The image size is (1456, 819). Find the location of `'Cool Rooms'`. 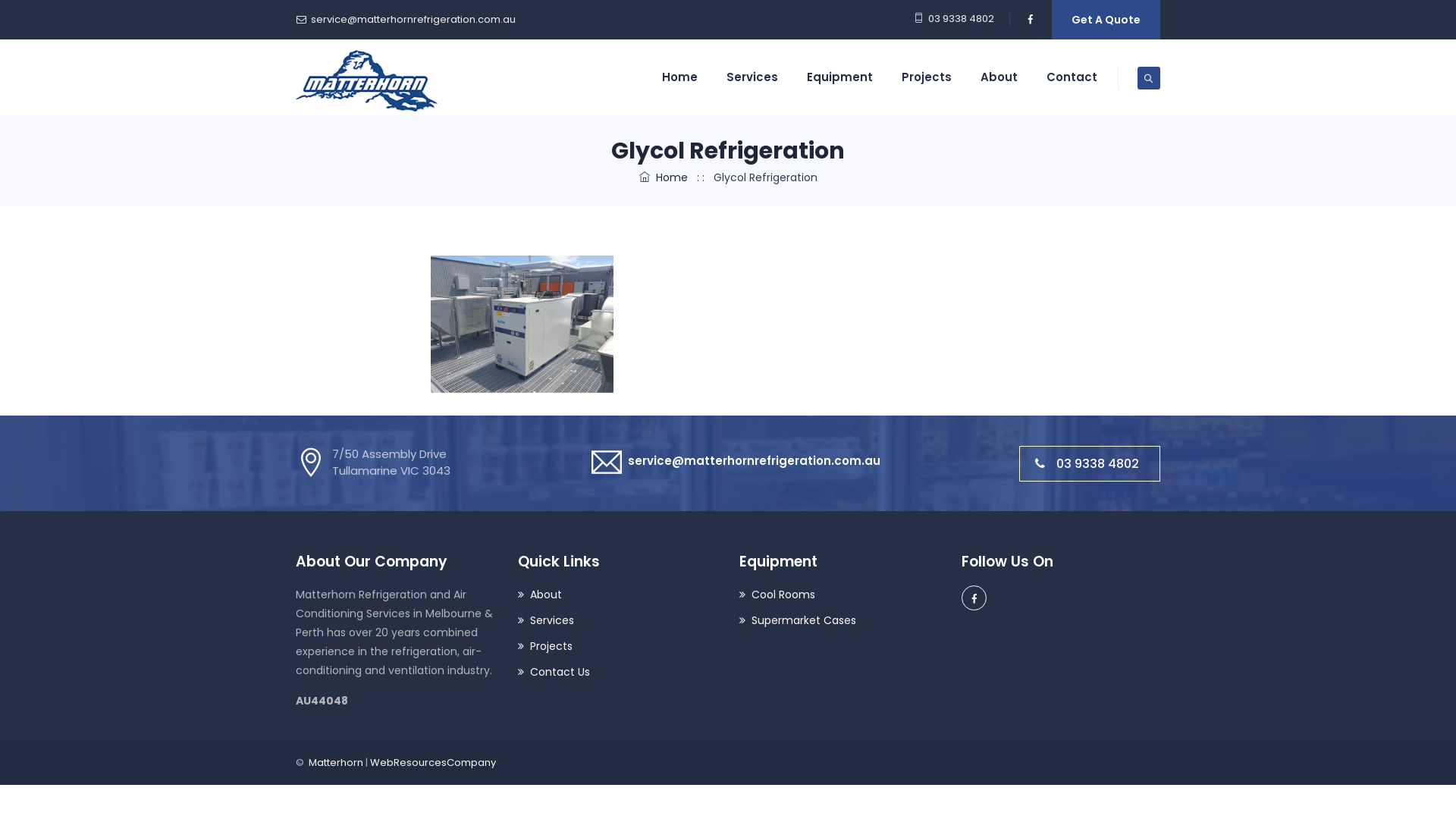

'Cool Rooms' is located at coordinates (777, 594).